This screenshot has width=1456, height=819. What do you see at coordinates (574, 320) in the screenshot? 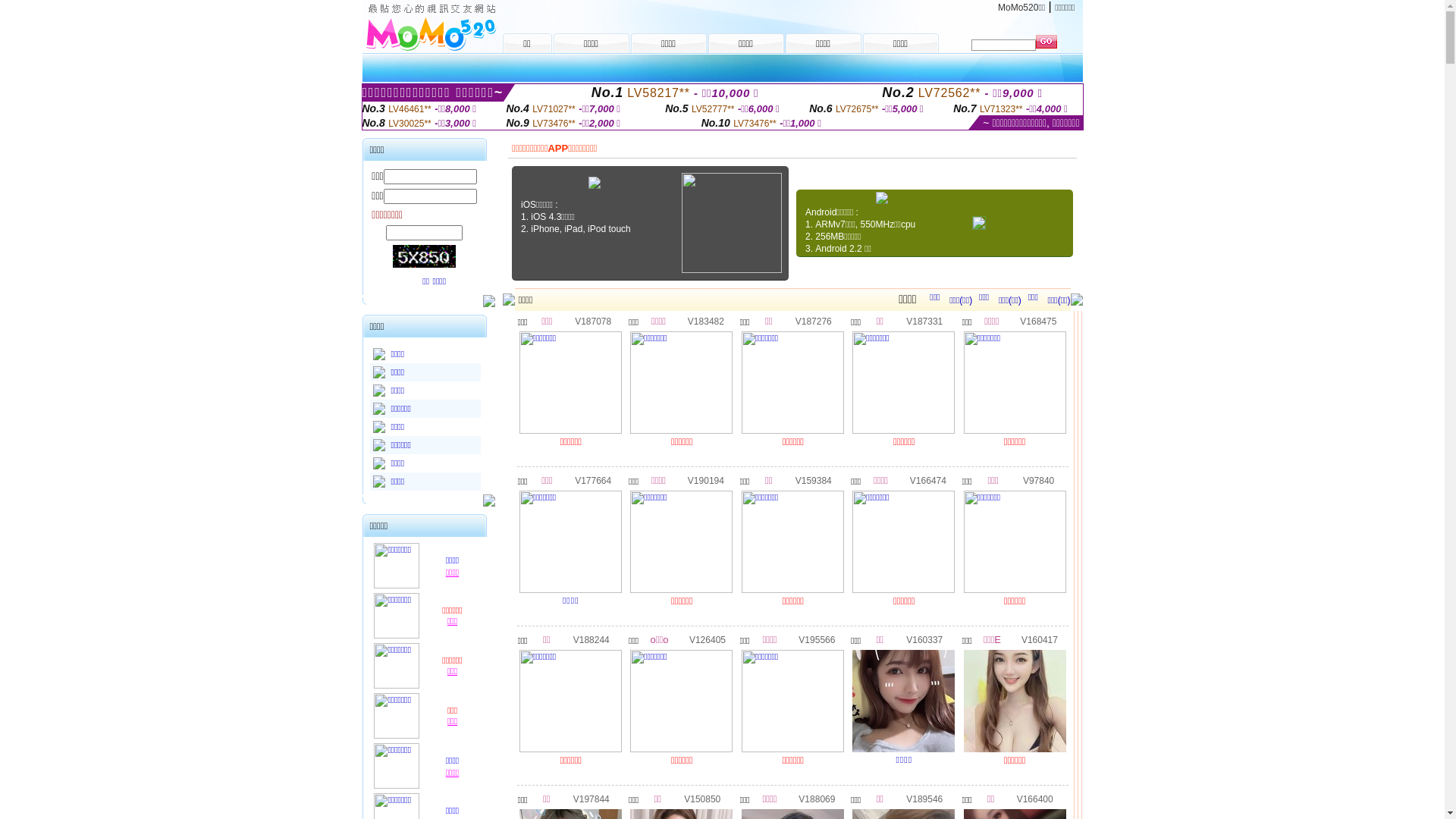
I see `'V187078'` at bounding box center [574, 320].